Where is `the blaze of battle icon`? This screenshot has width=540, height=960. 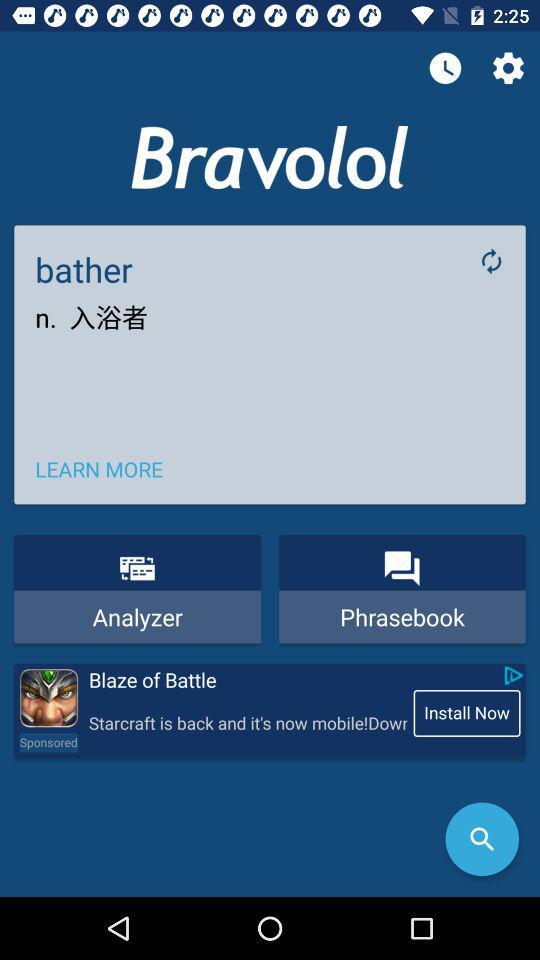 the blaze of battle icon is located at coordinates (246, 680).